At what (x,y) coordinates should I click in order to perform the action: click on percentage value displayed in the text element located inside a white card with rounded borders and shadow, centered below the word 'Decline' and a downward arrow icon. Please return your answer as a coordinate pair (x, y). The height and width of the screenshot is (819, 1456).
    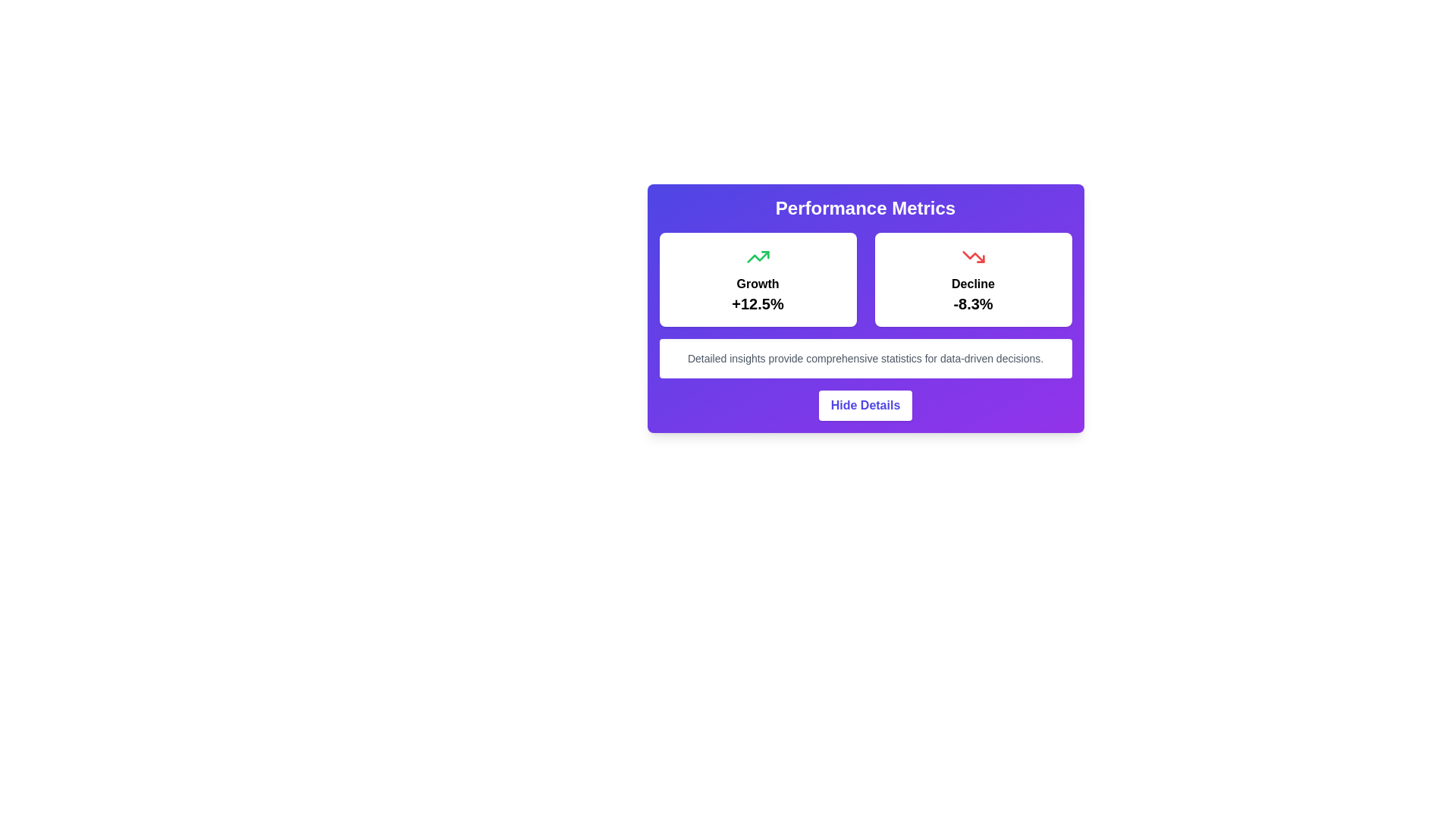
    Looking at the image, I should click on (973, 304).